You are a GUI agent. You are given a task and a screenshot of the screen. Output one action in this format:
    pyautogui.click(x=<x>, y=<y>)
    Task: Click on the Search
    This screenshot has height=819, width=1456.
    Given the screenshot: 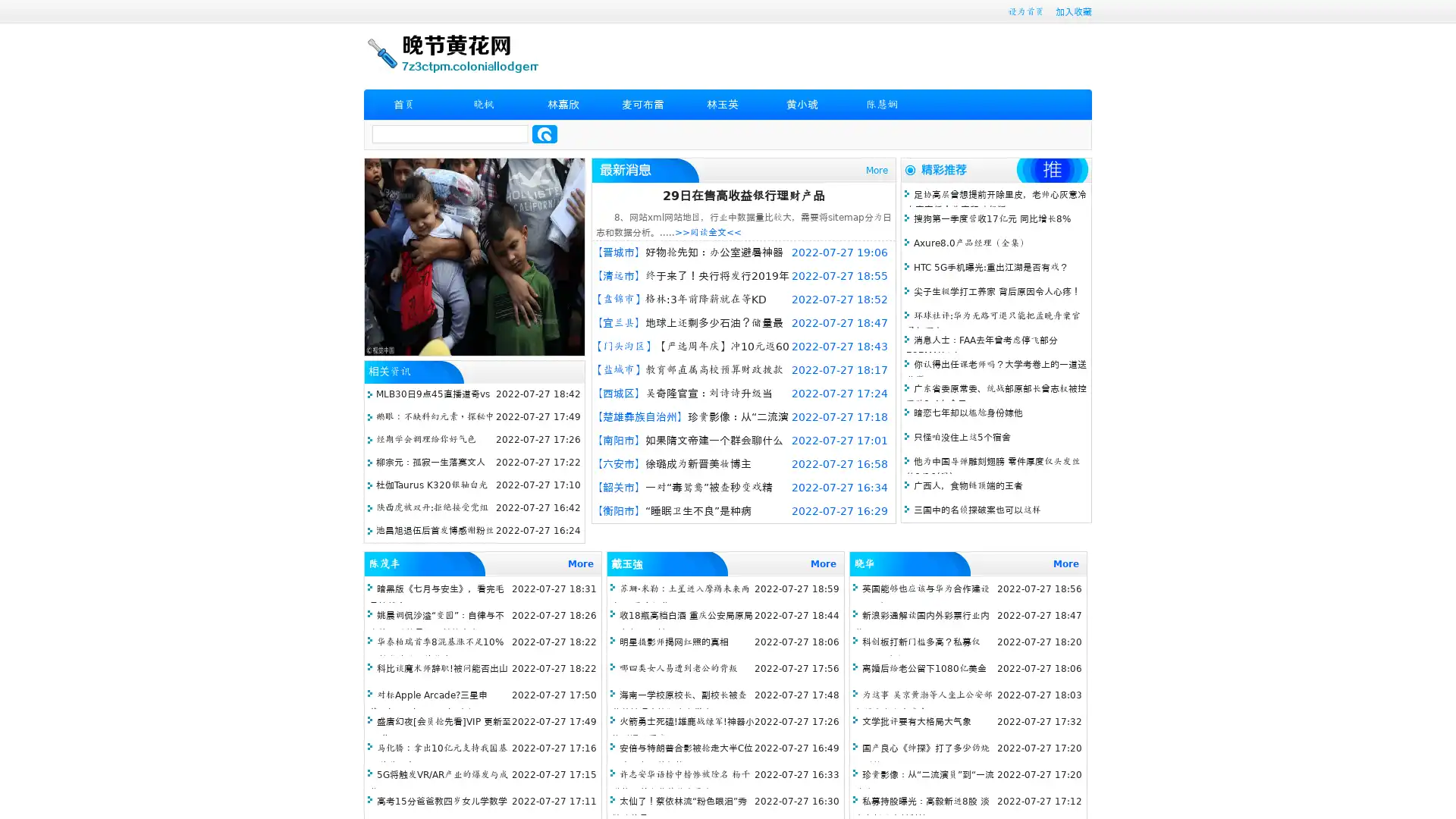 What is the action you would take?
    pyautogui.click(x=544, y=133)
    